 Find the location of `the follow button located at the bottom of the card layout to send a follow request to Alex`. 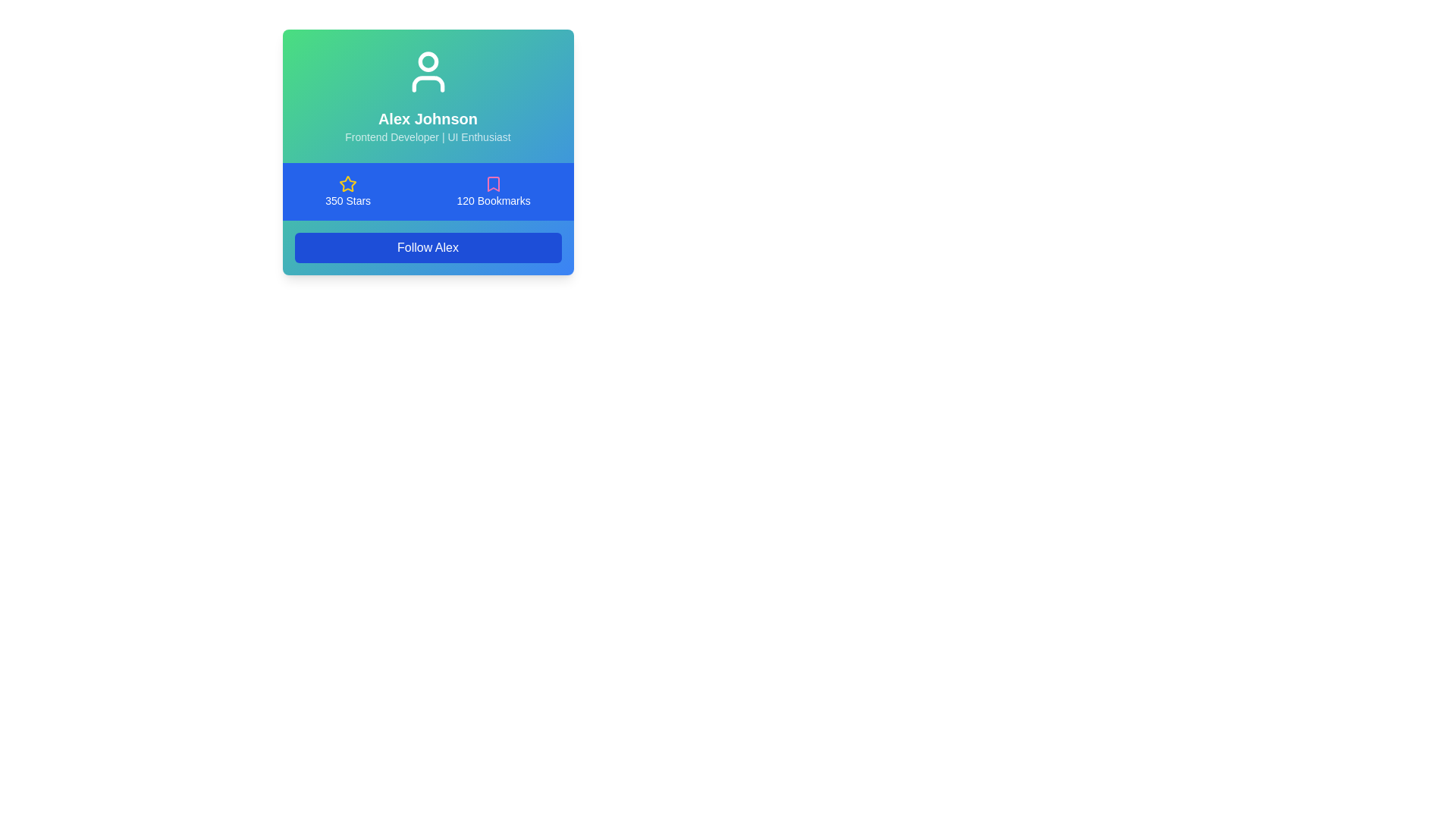

the follow button located at the bottom of the card layout to send a follow request to Alex is located at coordinates (427, 247).